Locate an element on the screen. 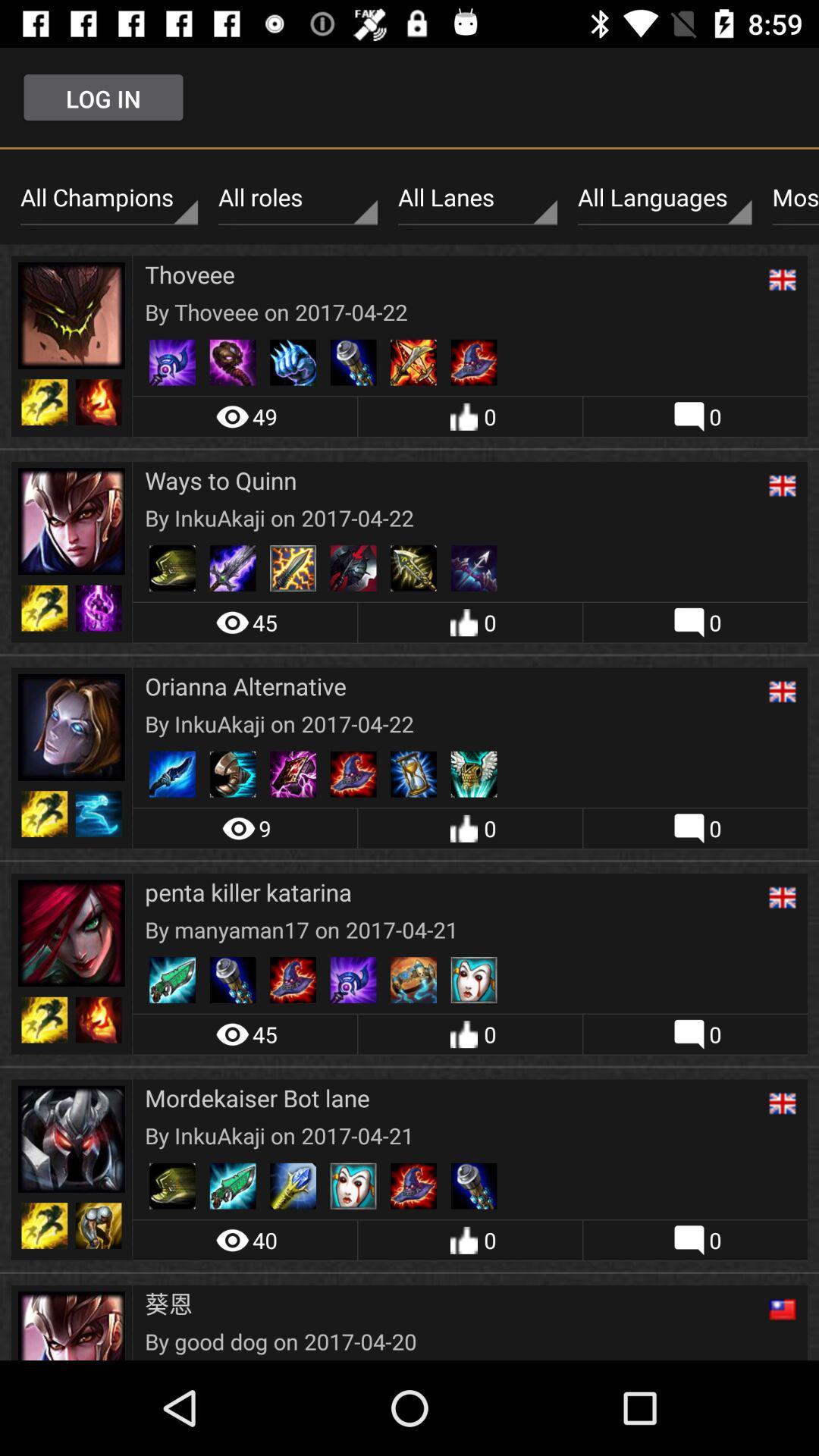  the item next to all roles is located at coordinates (476, 197).